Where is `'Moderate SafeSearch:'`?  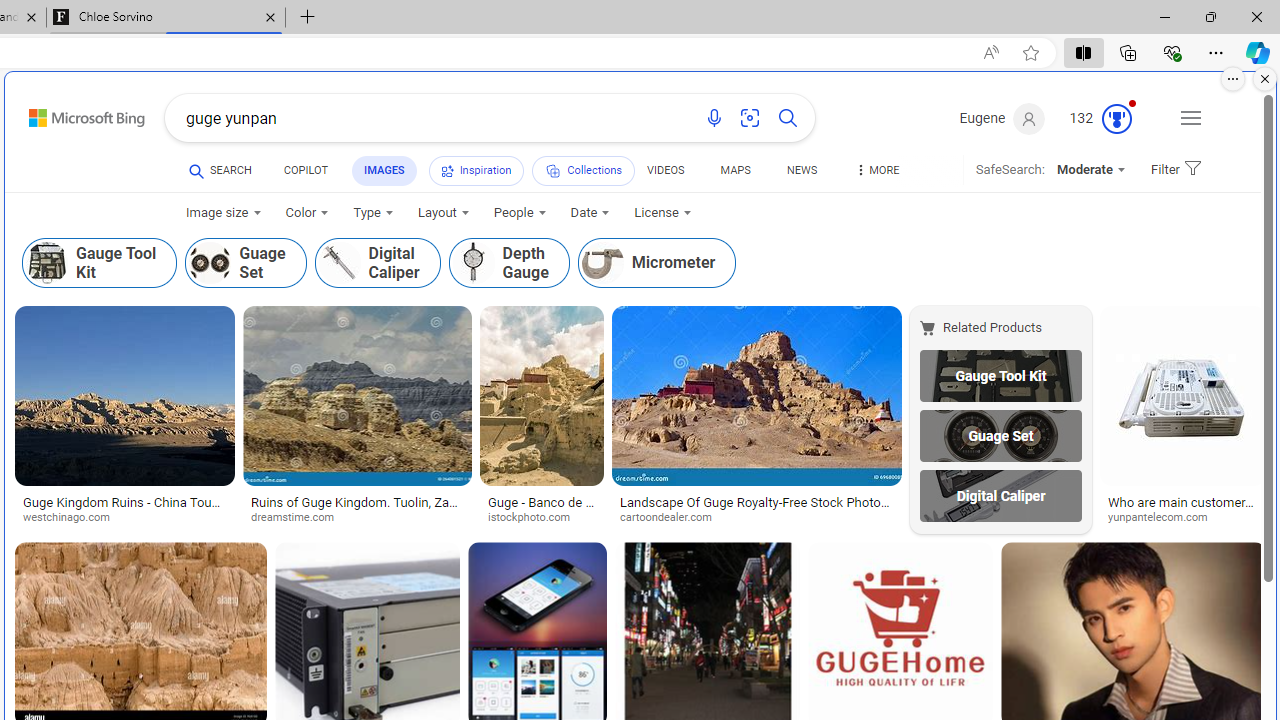 'Moderate SafeSearch:' is located at coordinates (1089, 168).